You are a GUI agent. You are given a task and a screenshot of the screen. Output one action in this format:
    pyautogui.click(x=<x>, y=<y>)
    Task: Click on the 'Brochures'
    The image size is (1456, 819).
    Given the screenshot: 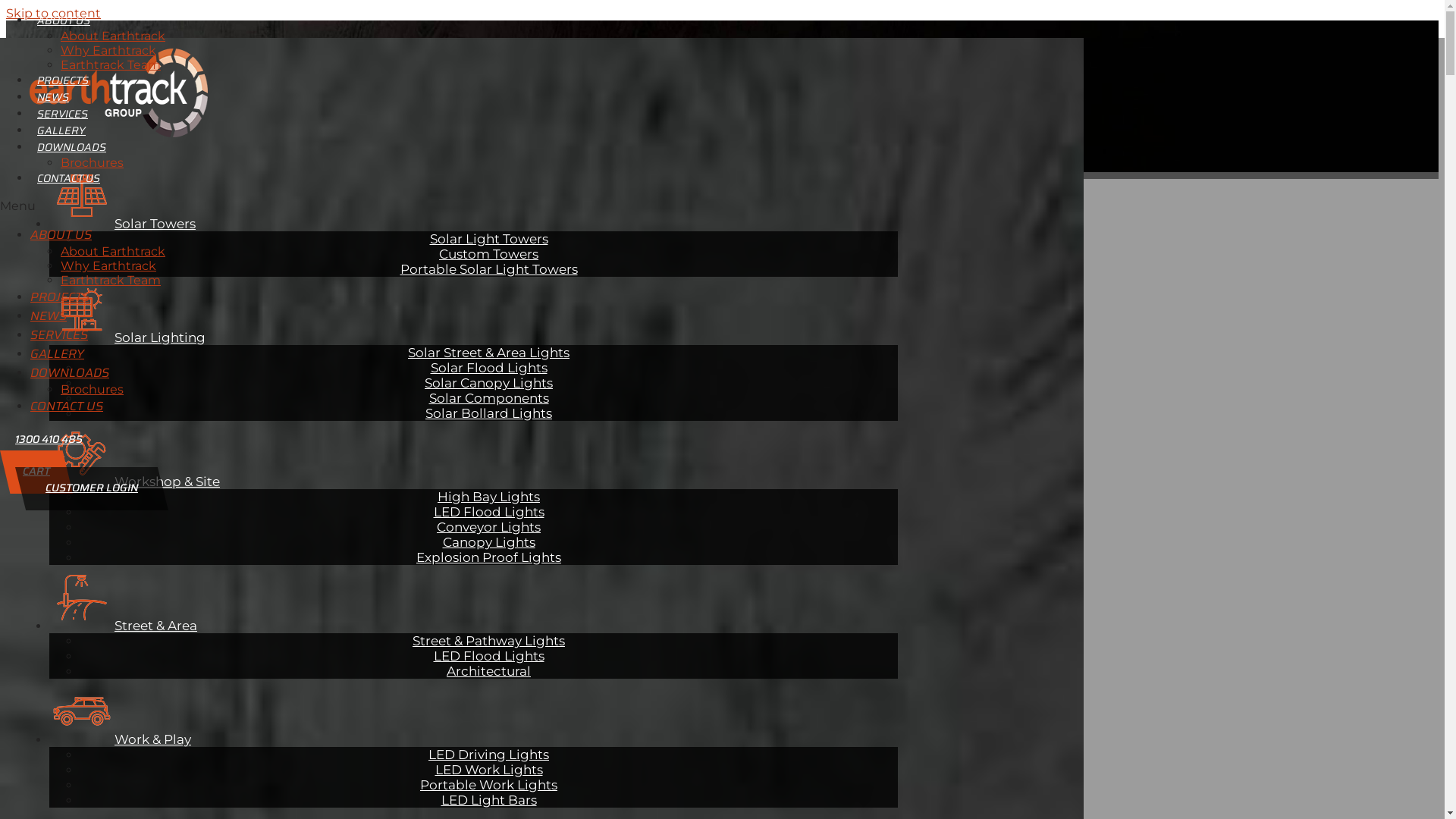 What is the action you would take?
    pyautogui.click(x=91, y=162)
    